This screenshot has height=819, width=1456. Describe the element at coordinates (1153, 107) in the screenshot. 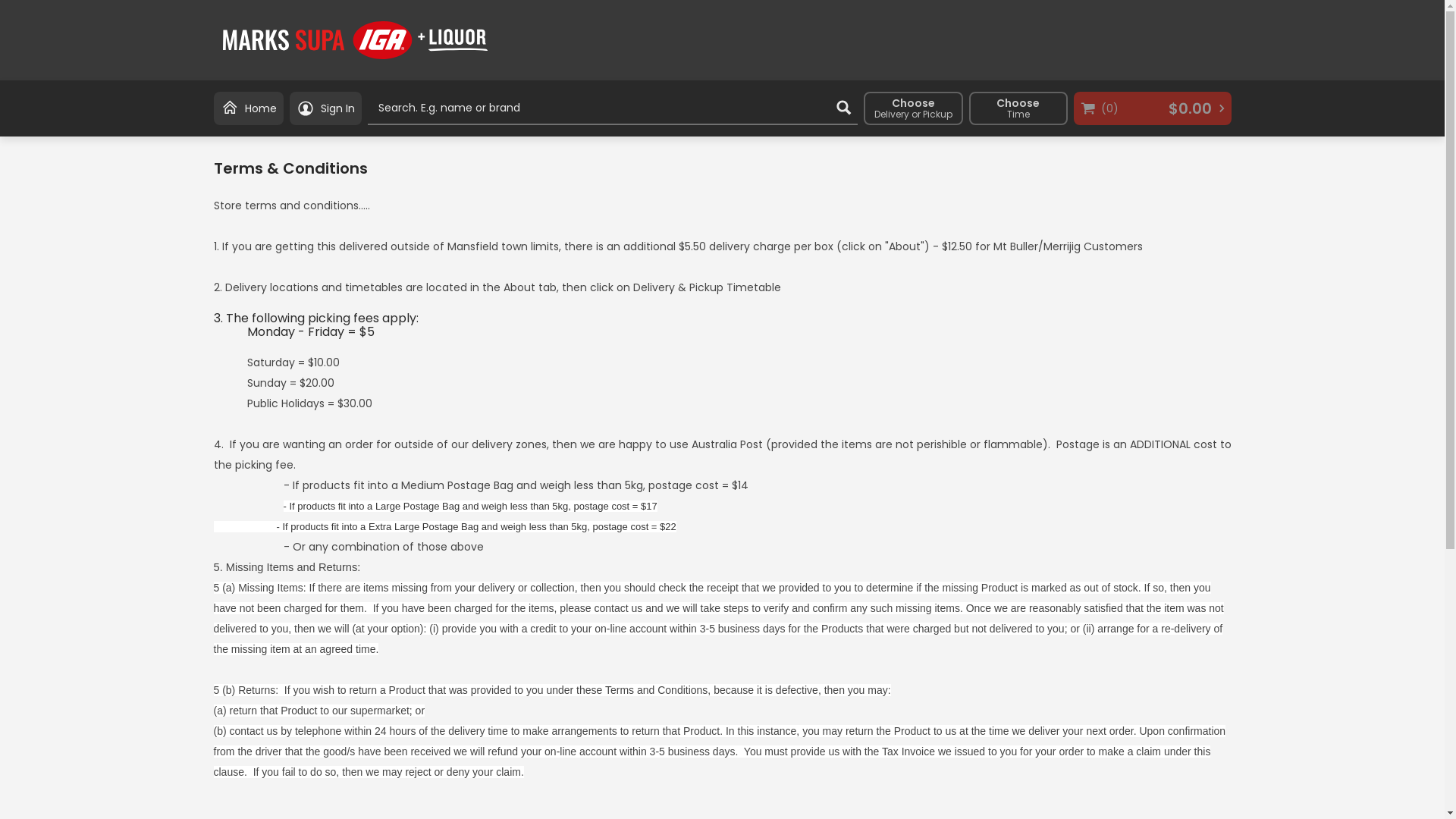

I see `'(0)` at that location.